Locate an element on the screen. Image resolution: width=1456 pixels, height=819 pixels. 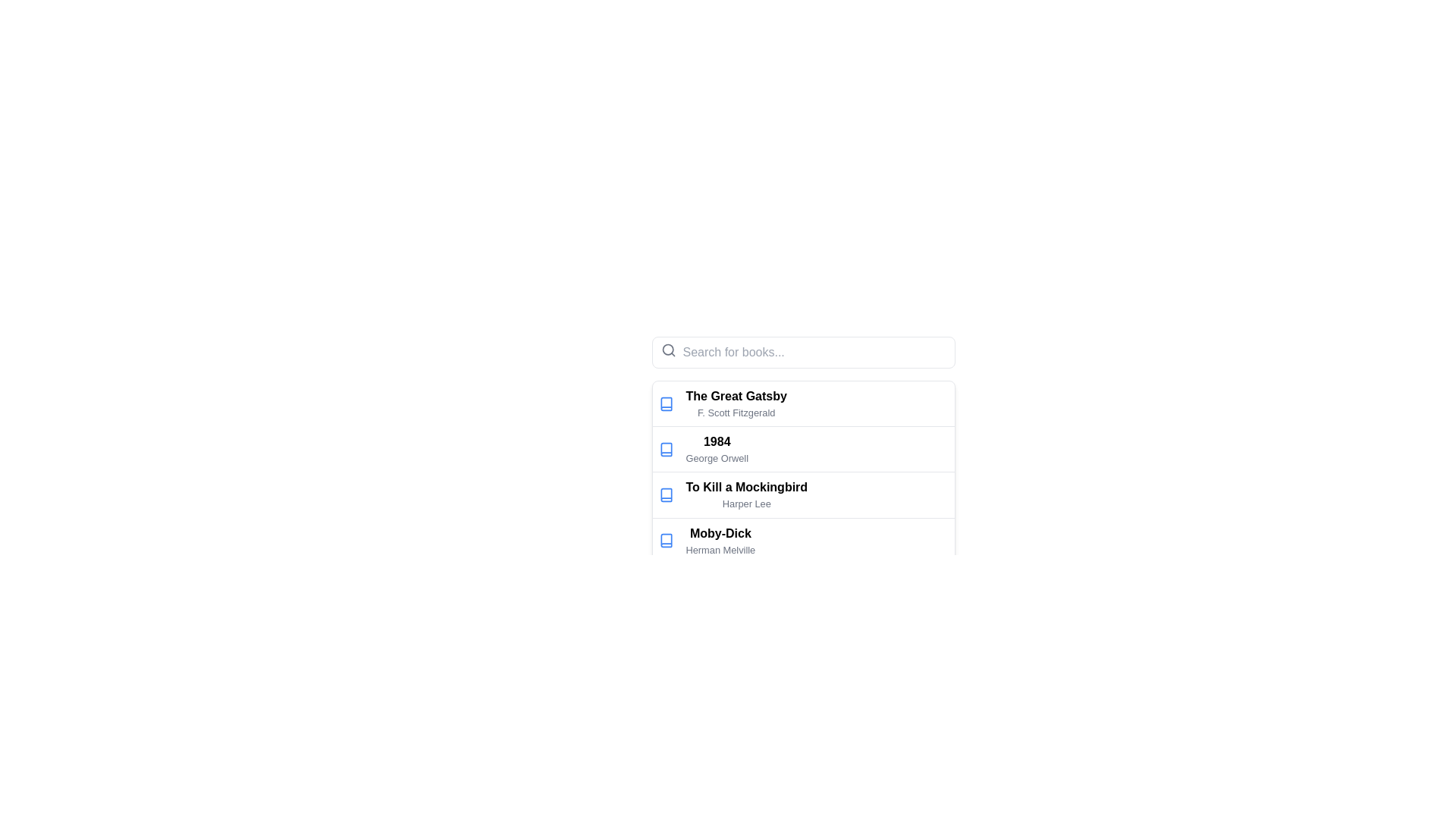
the Text Label displaying the title '1984' and subtitle 'George Orwell', which is the second item in the vertical list of books is located at coordinates (716, 448).